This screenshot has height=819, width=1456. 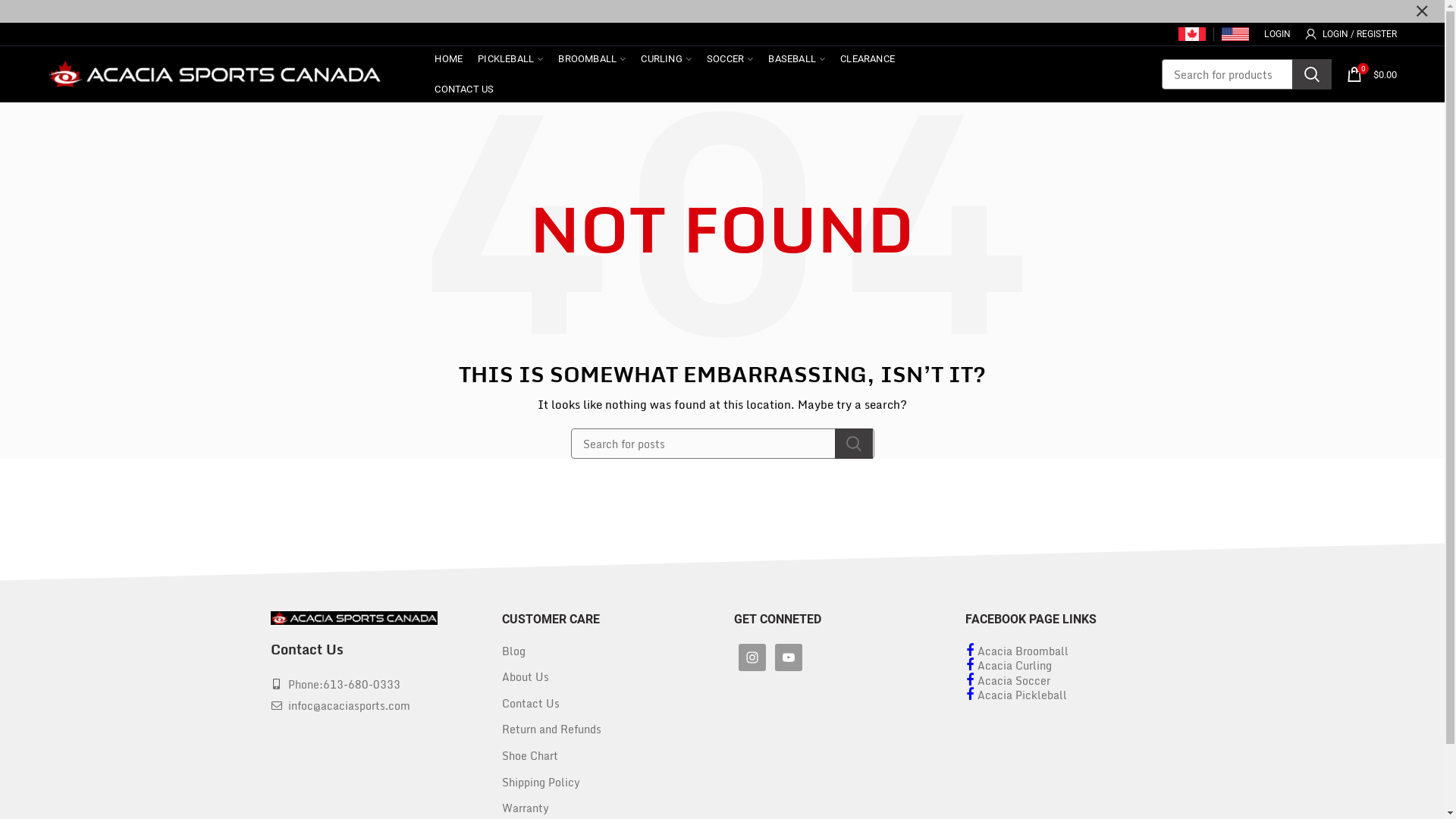 I want to click on 'PICKLEBALL', so click(x=469, y=58).